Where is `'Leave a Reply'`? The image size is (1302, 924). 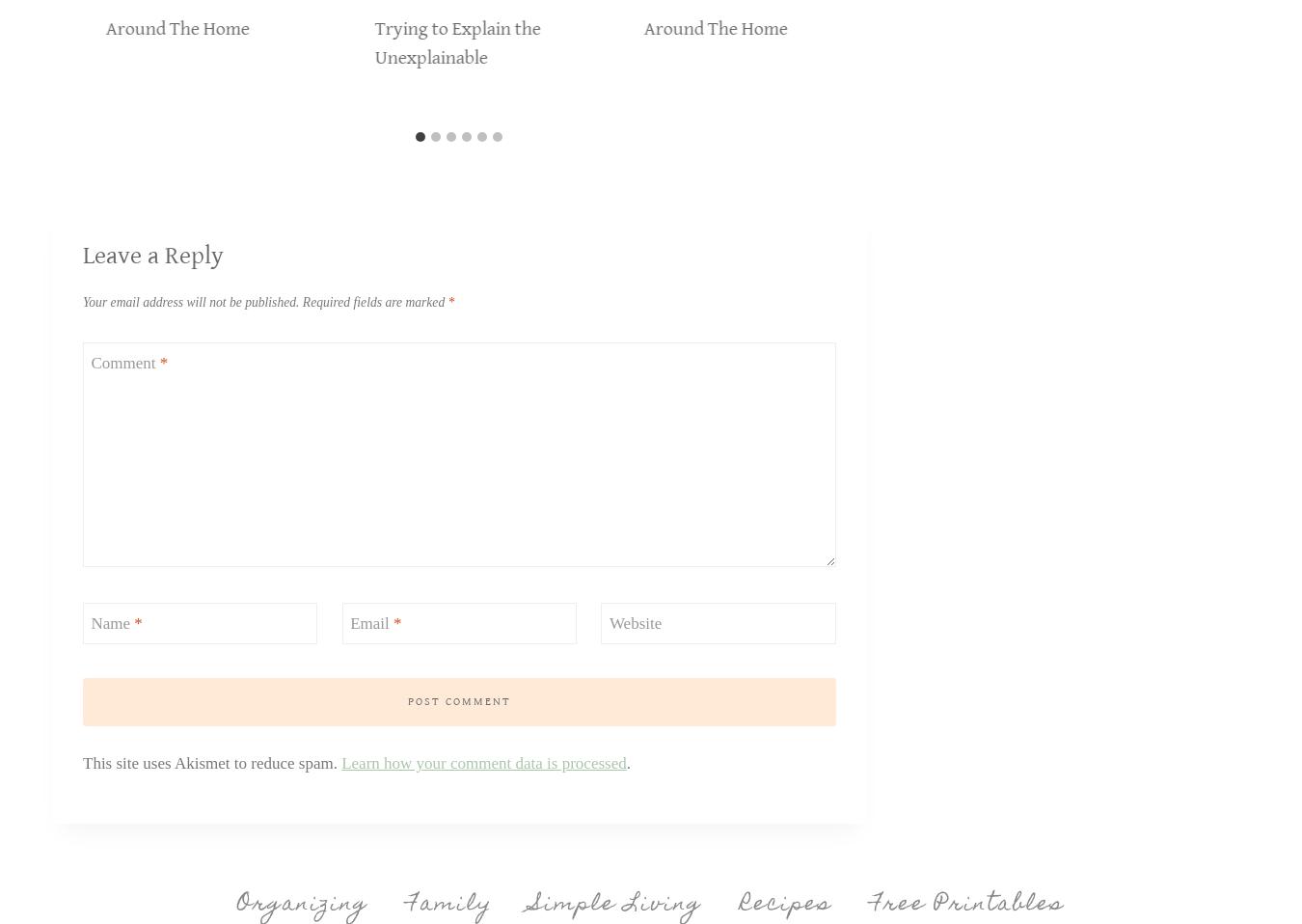 'Leave a Reply' is located at coordinates (153, 255).